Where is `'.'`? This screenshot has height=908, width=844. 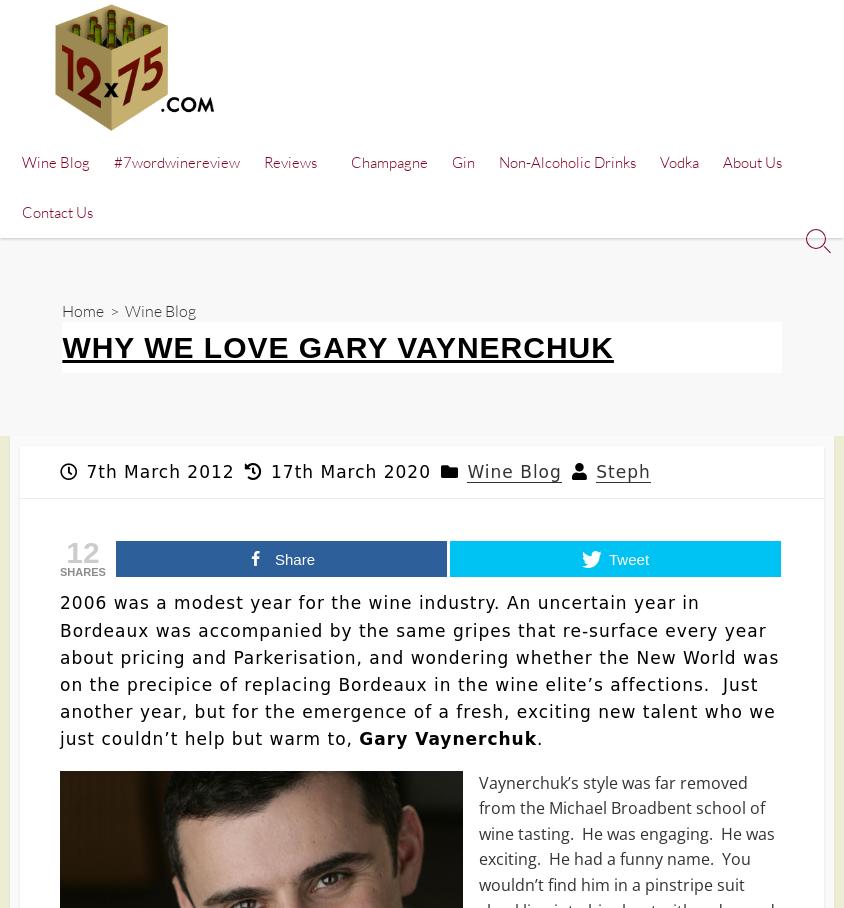 '.' is located at coordinates (539, 739).